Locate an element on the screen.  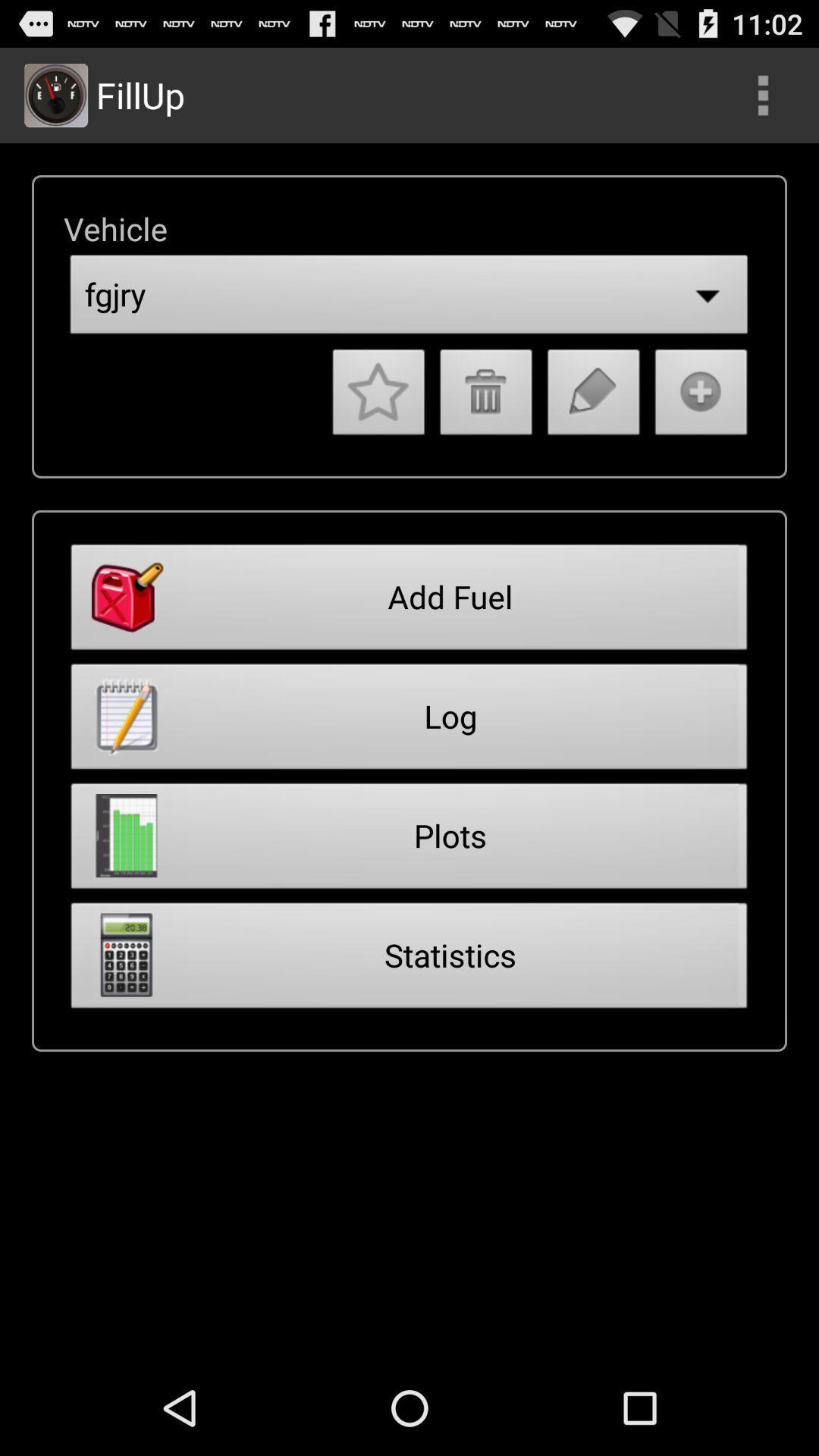
search is located at coordinates (763, 94).